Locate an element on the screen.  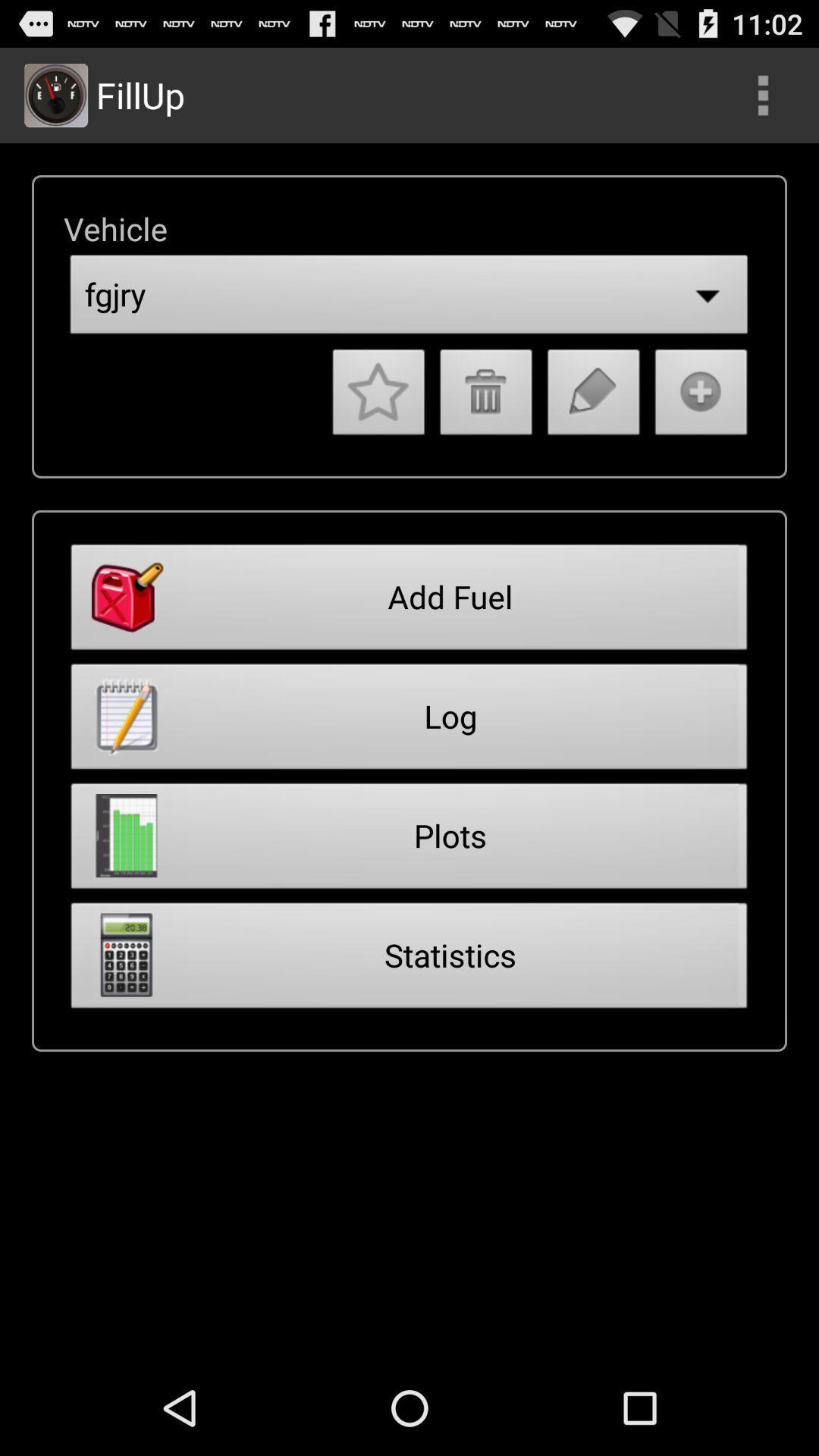
search is located at coordinates (763, 94).